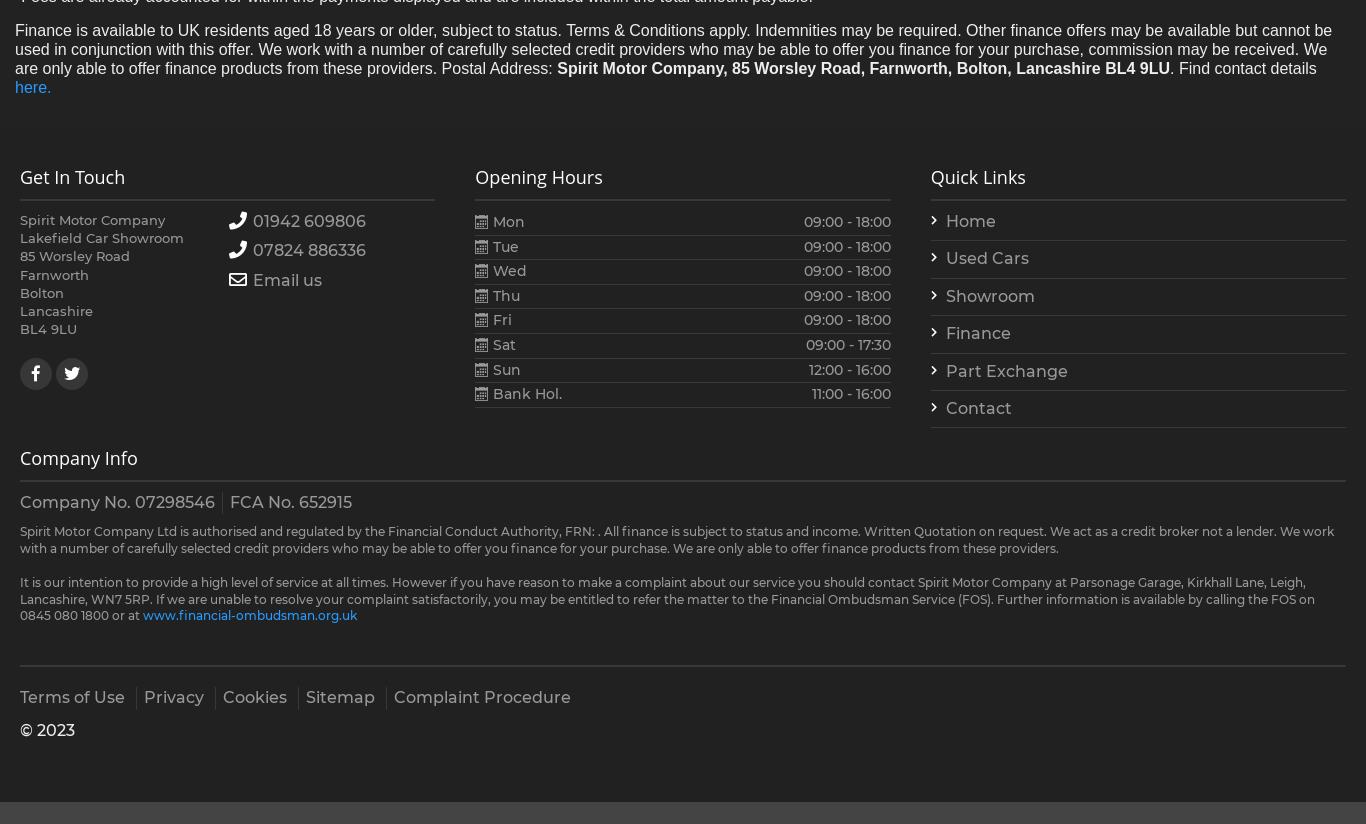 The image size is (1366, 824). I want to click on 'Finance', so click(944, 333).